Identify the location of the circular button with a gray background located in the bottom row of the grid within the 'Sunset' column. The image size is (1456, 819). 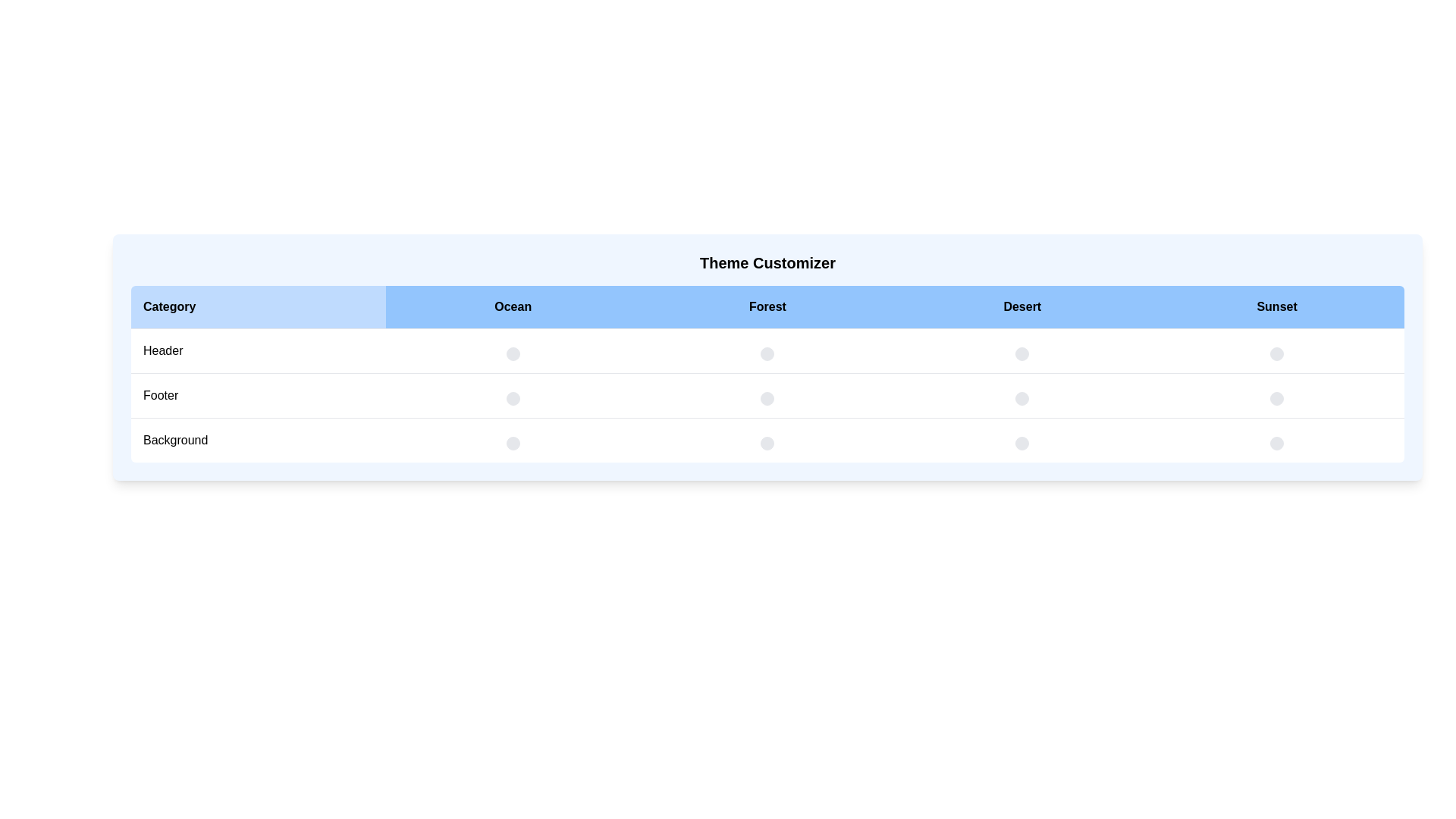
(1276, 397).